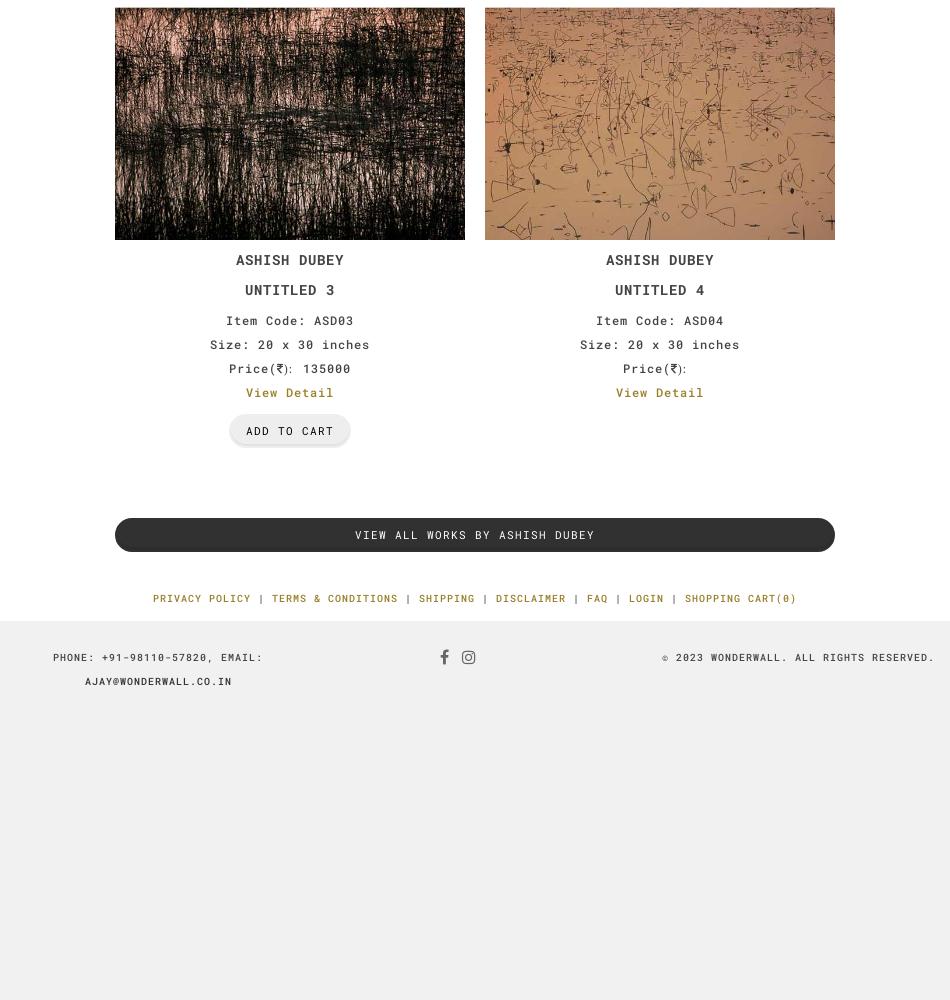 This screenshot has width=950, height=1000. What do you see at coordinates (659, 288) in the screenshot?
I see `'Untitled 4'` at bounding box center [659, 288].